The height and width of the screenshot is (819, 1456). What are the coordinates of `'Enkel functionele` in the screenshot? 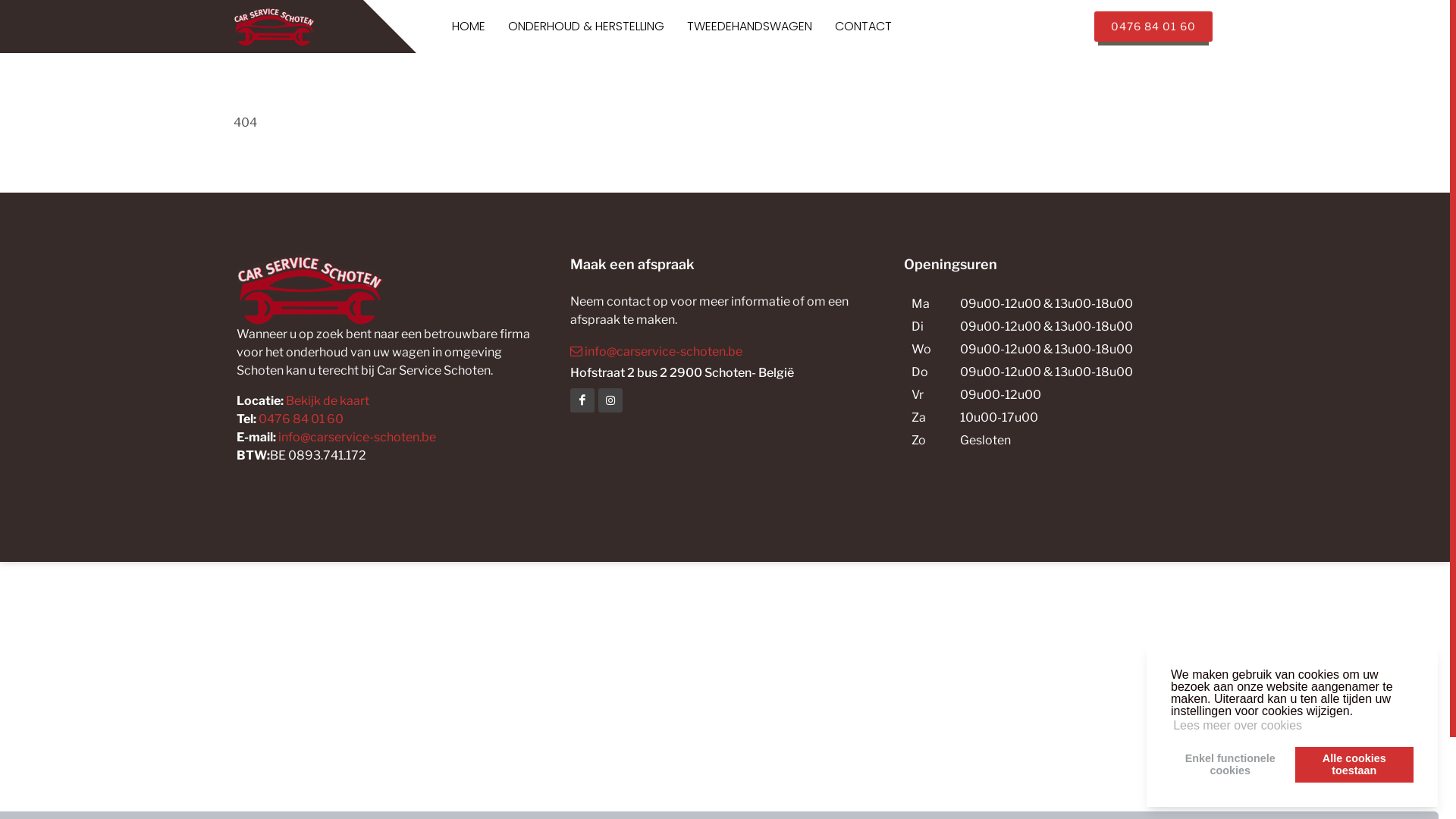 It's located at (1230, 764).